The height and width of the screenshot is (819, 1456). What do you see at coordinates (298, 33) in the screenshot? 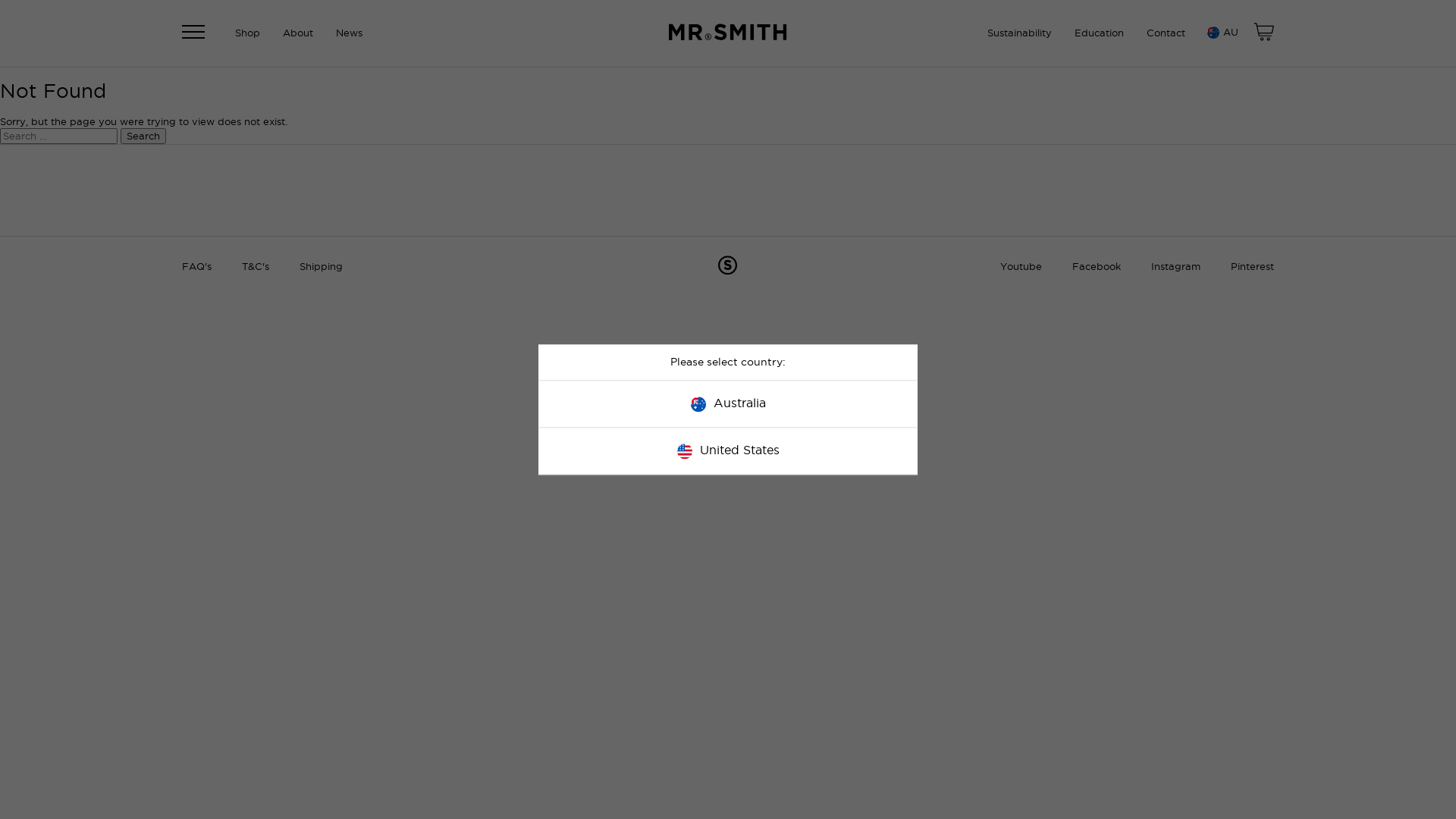
I see `'About'` at bounding box center [298, 33].